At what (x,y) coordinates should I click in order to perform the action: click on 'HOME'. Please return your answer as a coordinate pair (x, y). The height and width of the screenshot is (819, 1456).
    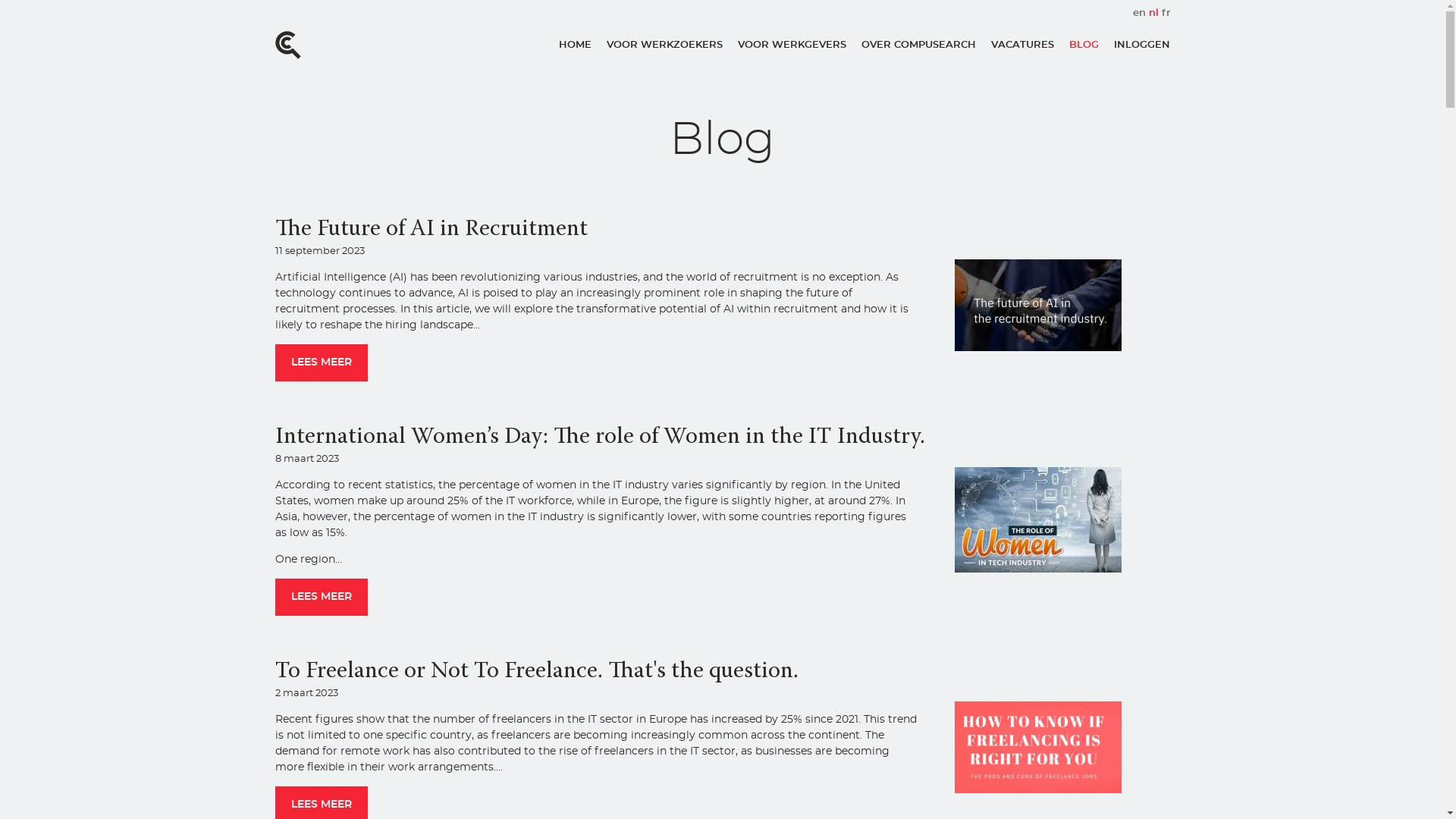
    Looking at the image, I should click on (557, 44).